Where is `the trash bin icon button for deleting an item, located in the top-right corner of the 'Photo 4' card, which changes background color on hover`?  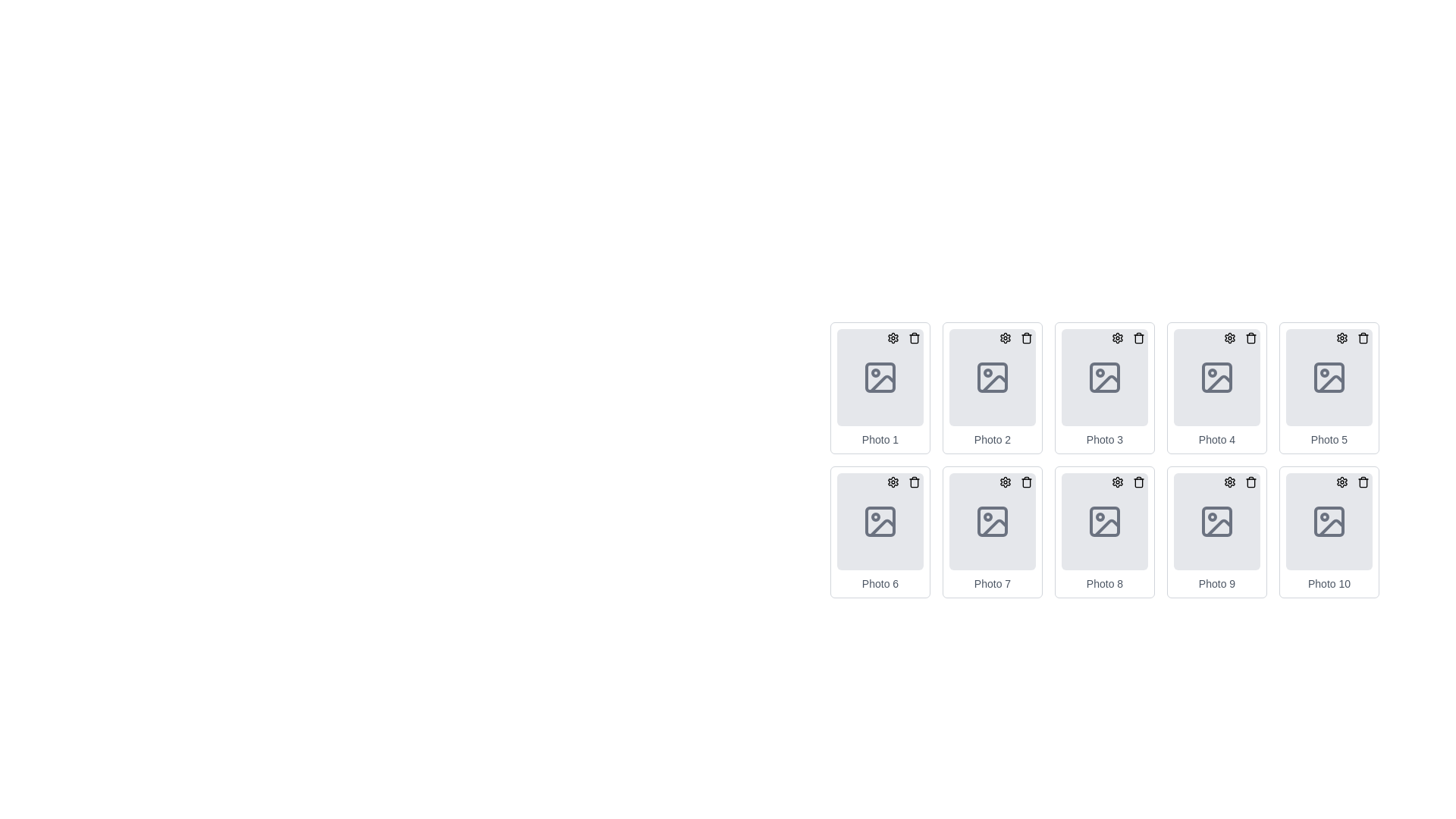 the trash bin icon button for deleting an item, located in the top-right corner of the 'Photo 4' card, which changes background color on hover is located at coordinates (1251, 337).